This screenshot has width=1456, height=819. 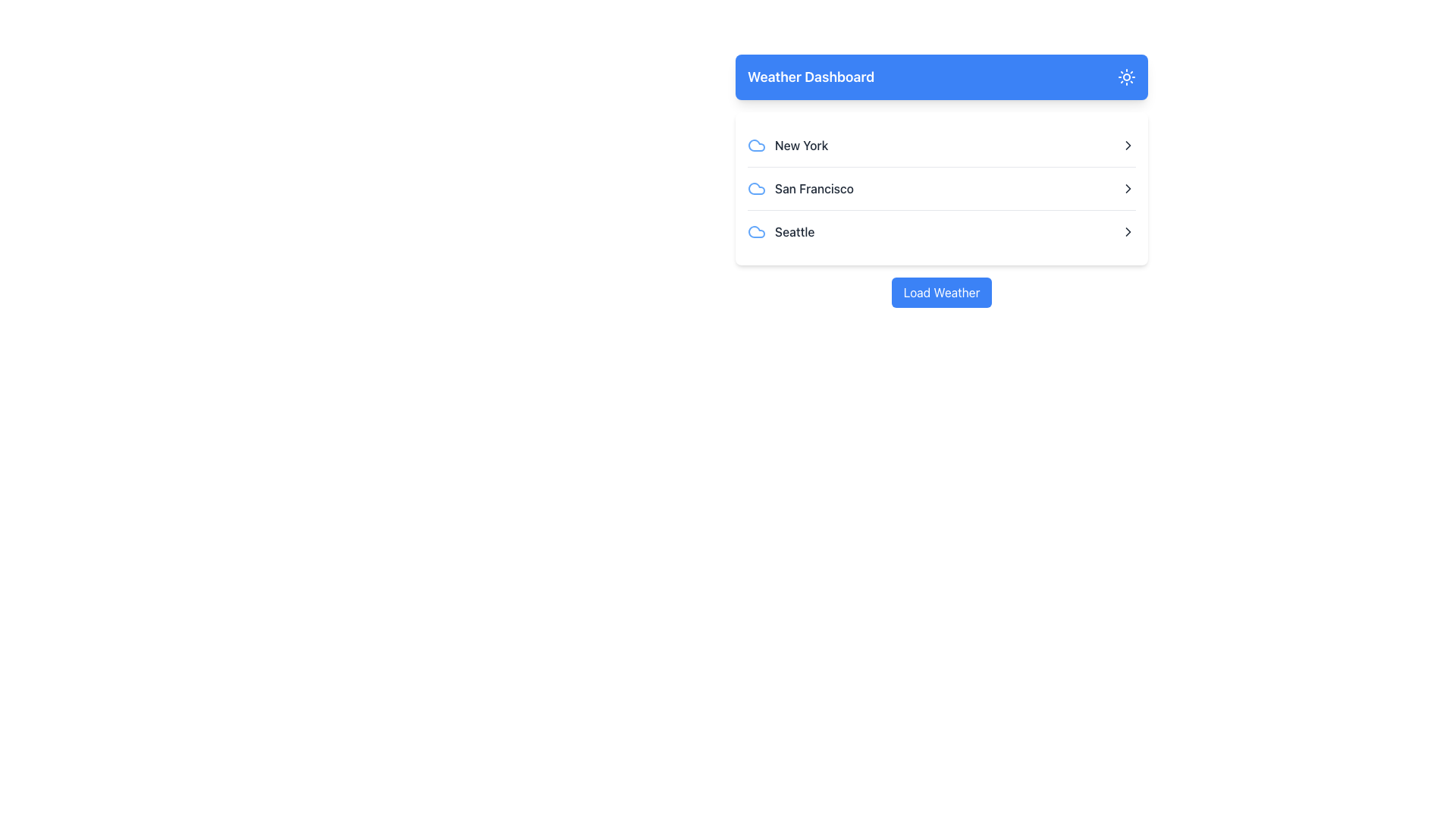 What do you see at coordinates (814, 188) in the screenshot?
I see `the text label displaying 'San Francisco' to highlight it` at bounding box center [814, 188].